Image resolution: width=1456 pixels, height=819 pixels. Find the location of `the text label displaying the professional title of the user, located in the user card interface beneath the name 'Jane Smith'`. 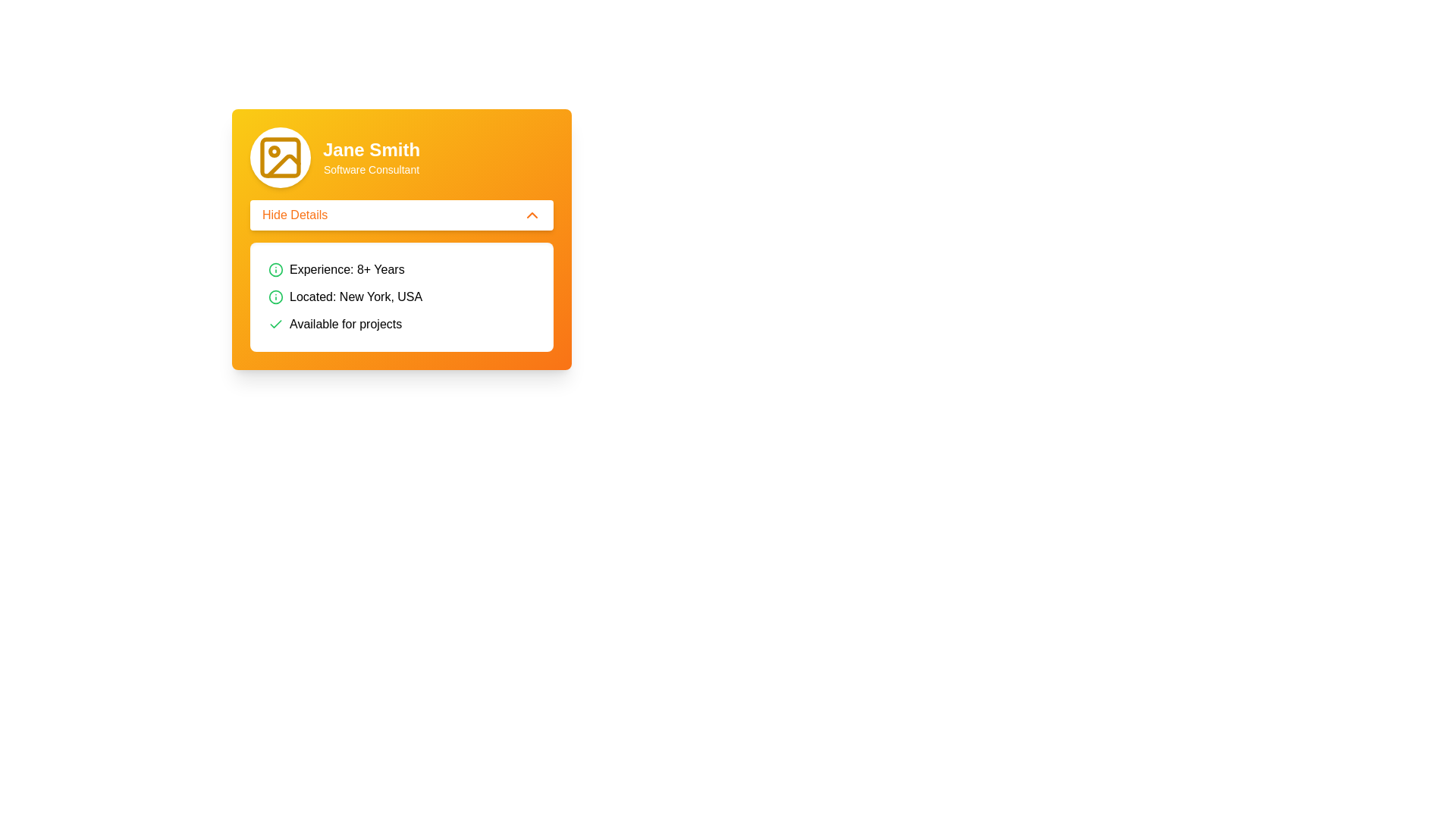

the text label displaying the professional title of the user, located in the user card interface beneath the name 'Jane Smith' is located at coordinates (371, 169).